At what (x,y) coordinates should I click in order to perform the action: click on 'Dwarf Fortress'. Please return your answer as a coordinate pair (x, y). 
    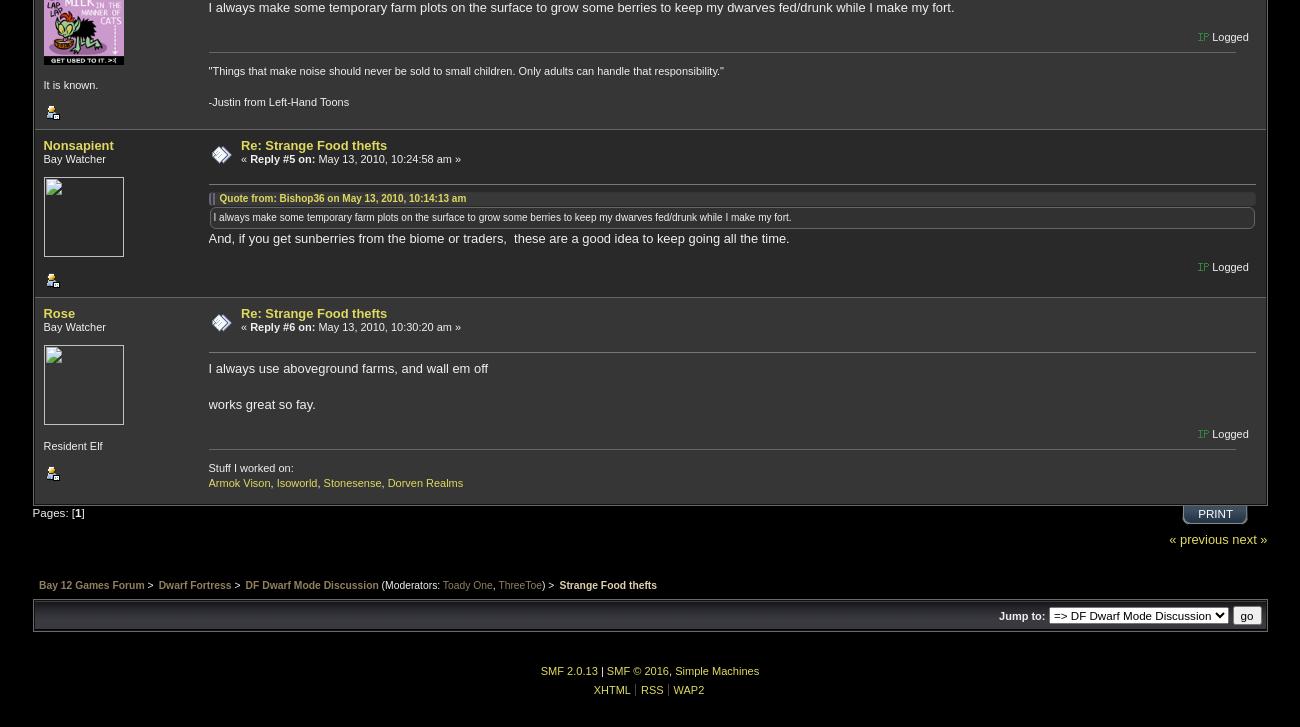
    Looking at the image, I should click on (194, 583).